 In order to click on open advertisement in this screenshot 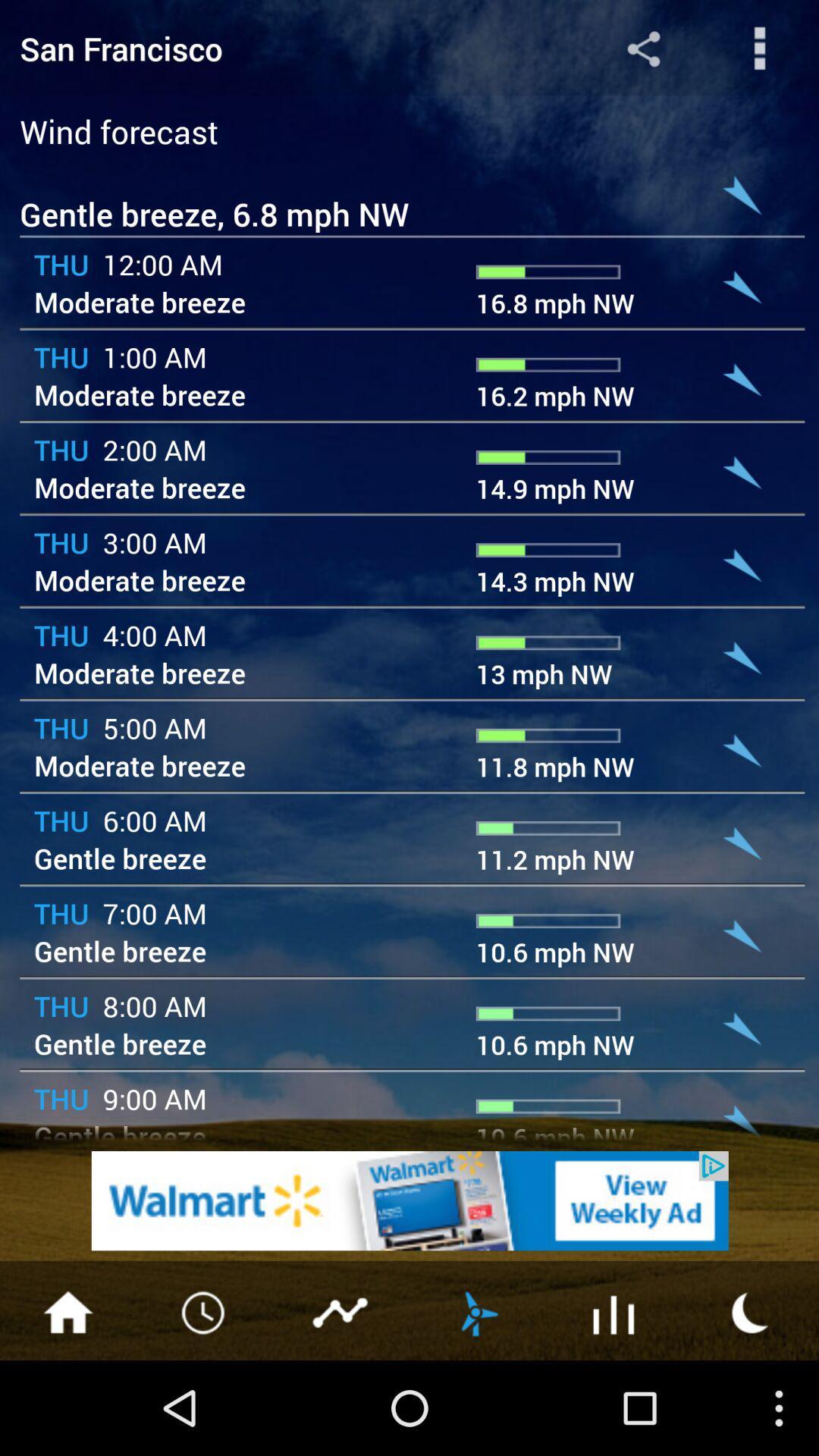, I will do `click(409, 1200)`.